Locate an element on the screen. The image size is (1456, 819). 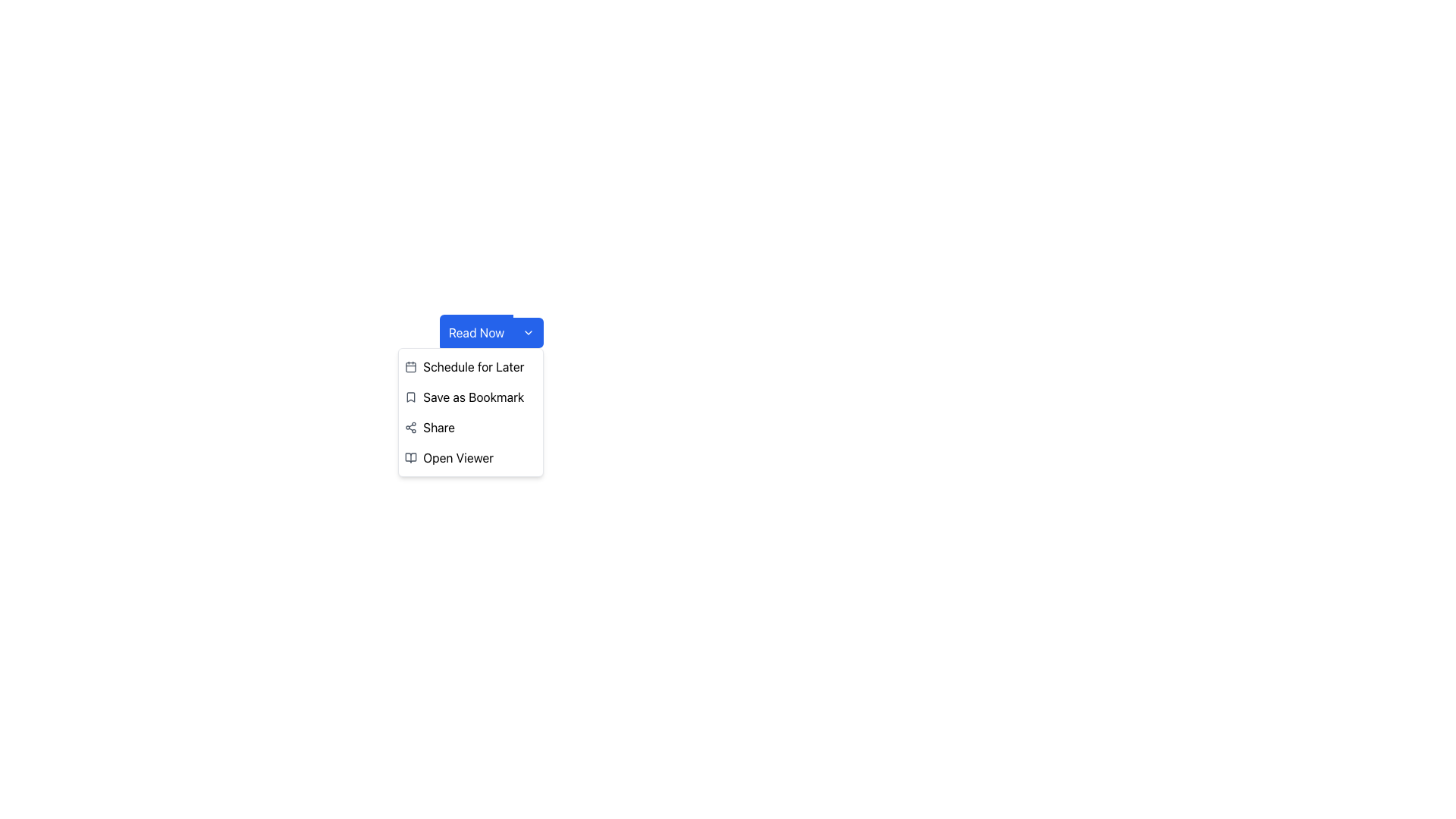
the clickable list item labeled 'Save as Bookmark' that has a bookmark icon, located below the 'Read Now' button and above the 'Share' option is located at coordinates (470, 397).